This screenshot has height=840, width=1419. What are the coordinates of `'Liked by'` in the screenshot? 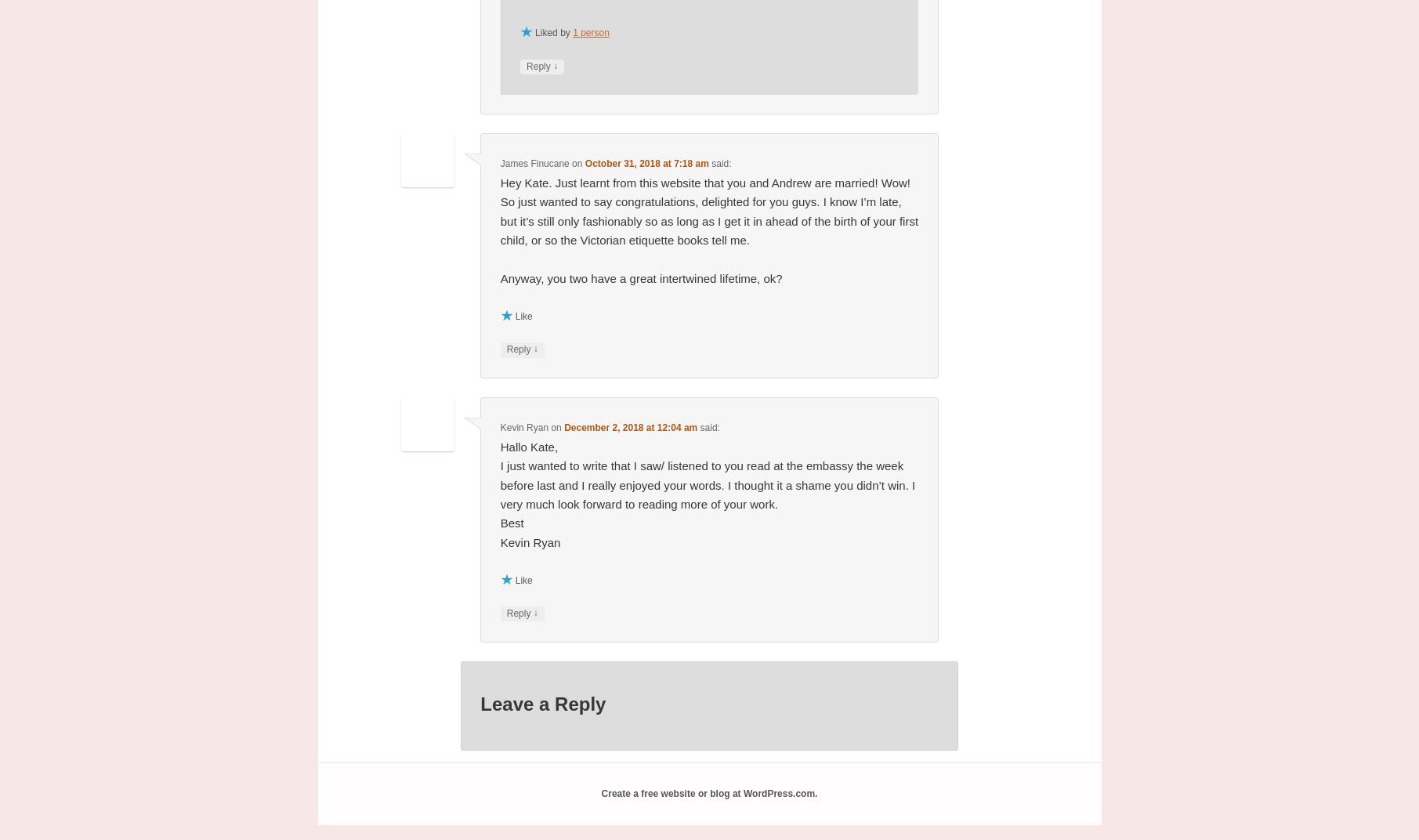 It's located at (553, 32).